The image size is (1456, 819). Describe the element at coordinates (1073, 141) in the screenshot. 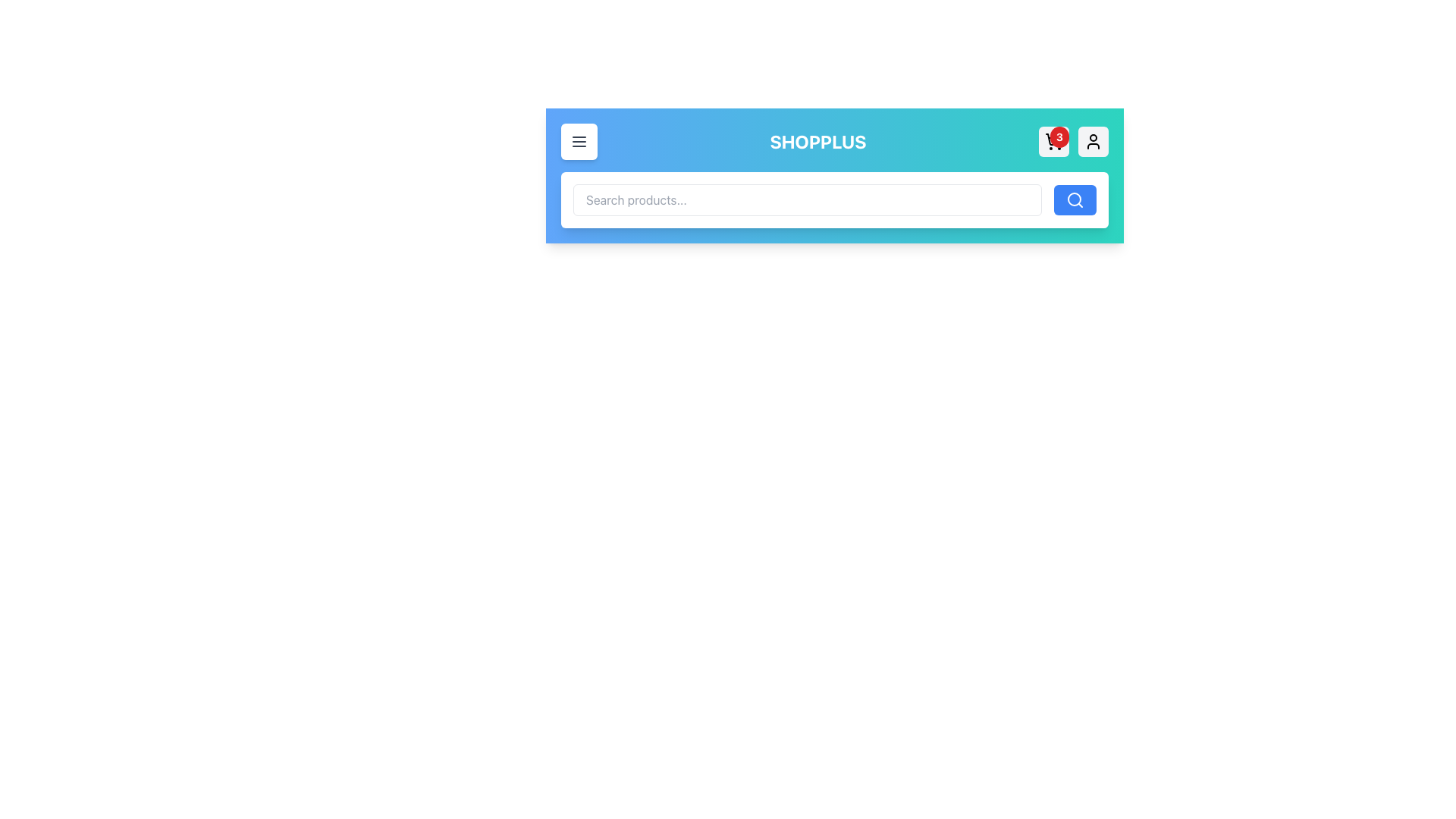

I see `the shopping cart icon adjacent to the red circular notification badge displaying the number '3'` at that location.